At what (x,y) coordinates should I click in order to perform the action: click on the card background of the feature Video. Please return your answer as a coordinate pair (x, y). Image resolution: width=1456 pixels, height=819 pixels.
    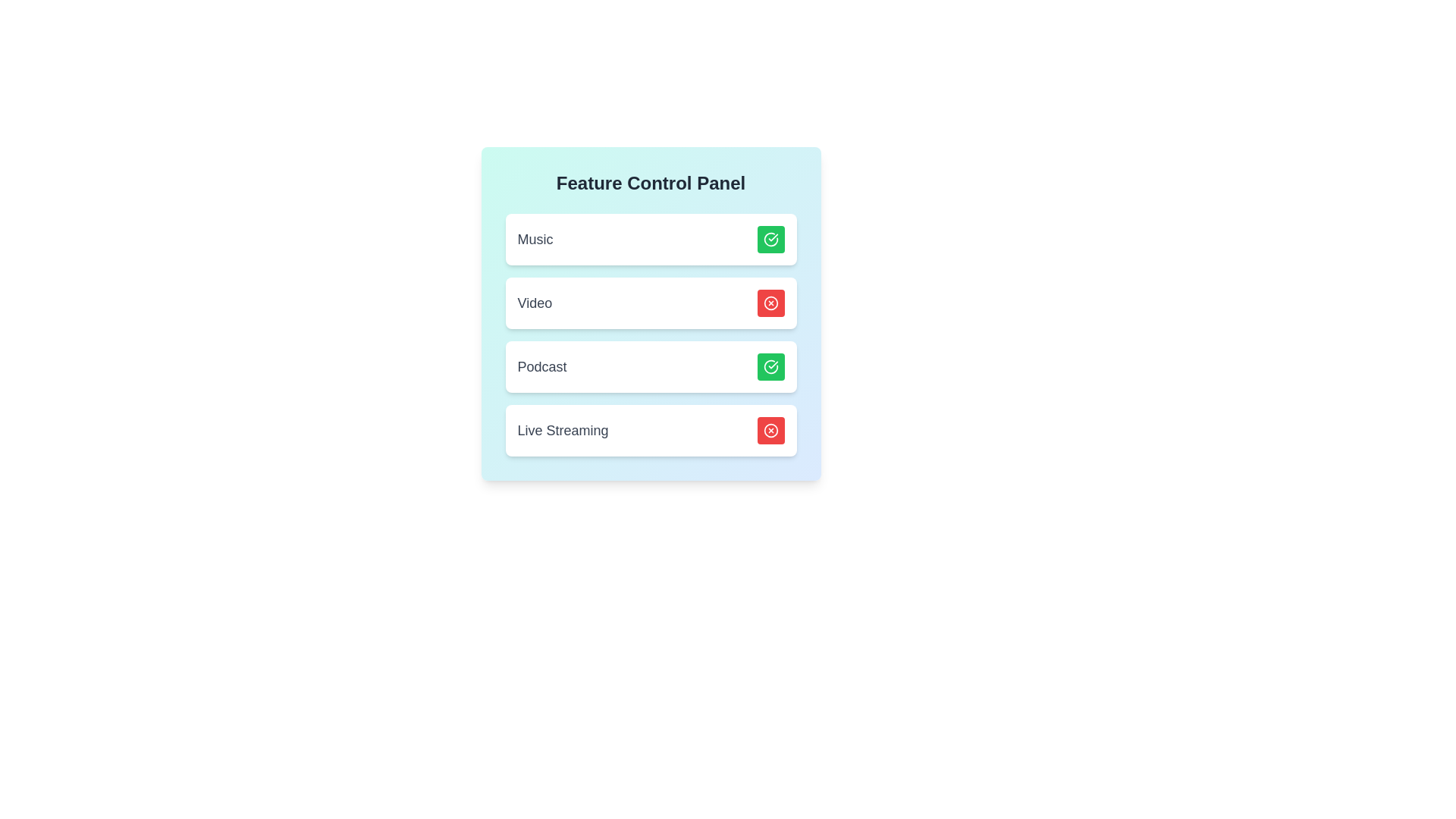
    Looking at the image, I should click on (651, 303).